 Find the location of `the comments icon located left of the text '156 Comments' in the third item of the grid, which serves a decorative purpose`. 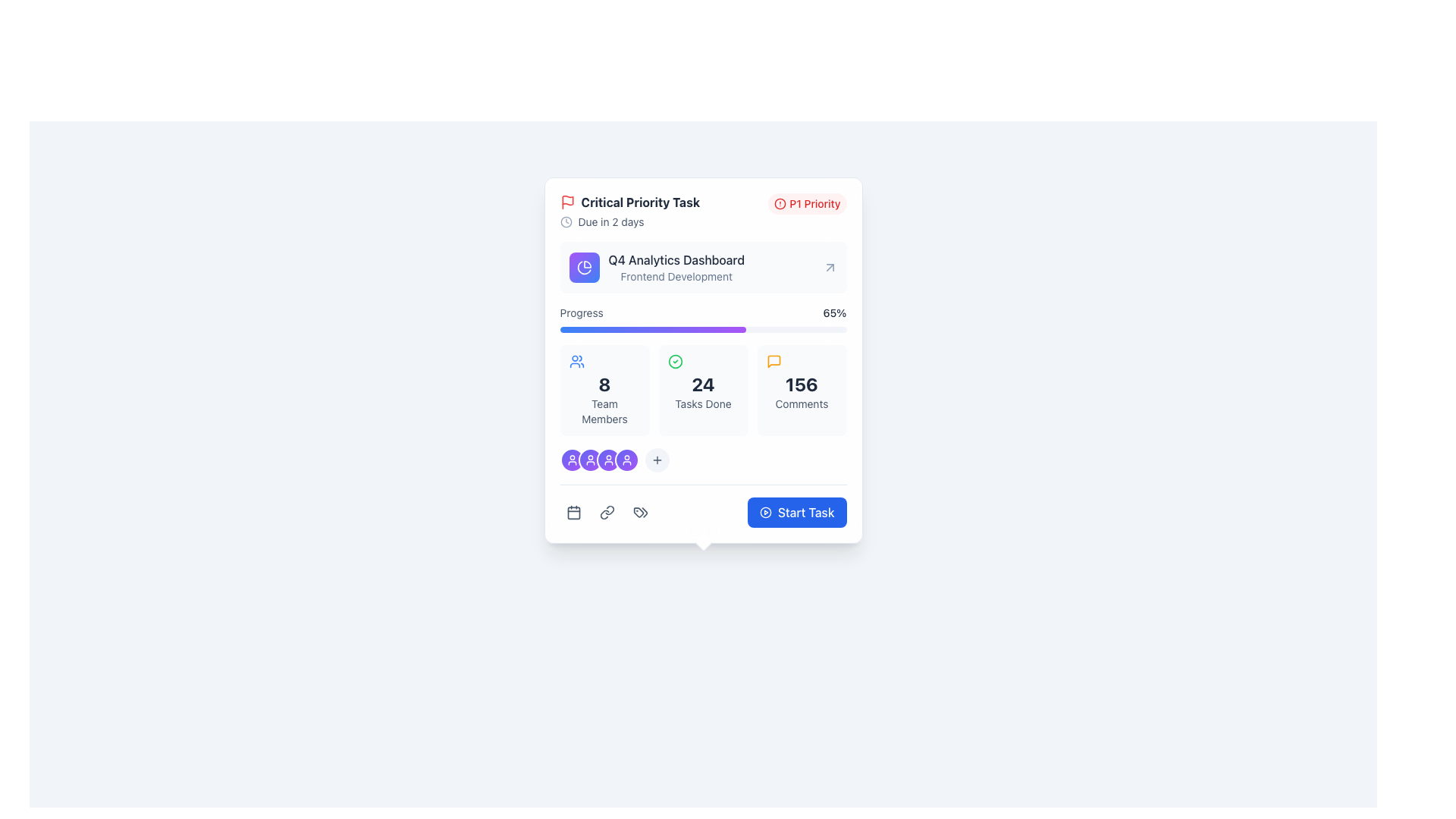

the comments icon located left of the text '156 Comments' in the third item of the grid, which serves a decorative purpose is located at coordinates (773, 362).